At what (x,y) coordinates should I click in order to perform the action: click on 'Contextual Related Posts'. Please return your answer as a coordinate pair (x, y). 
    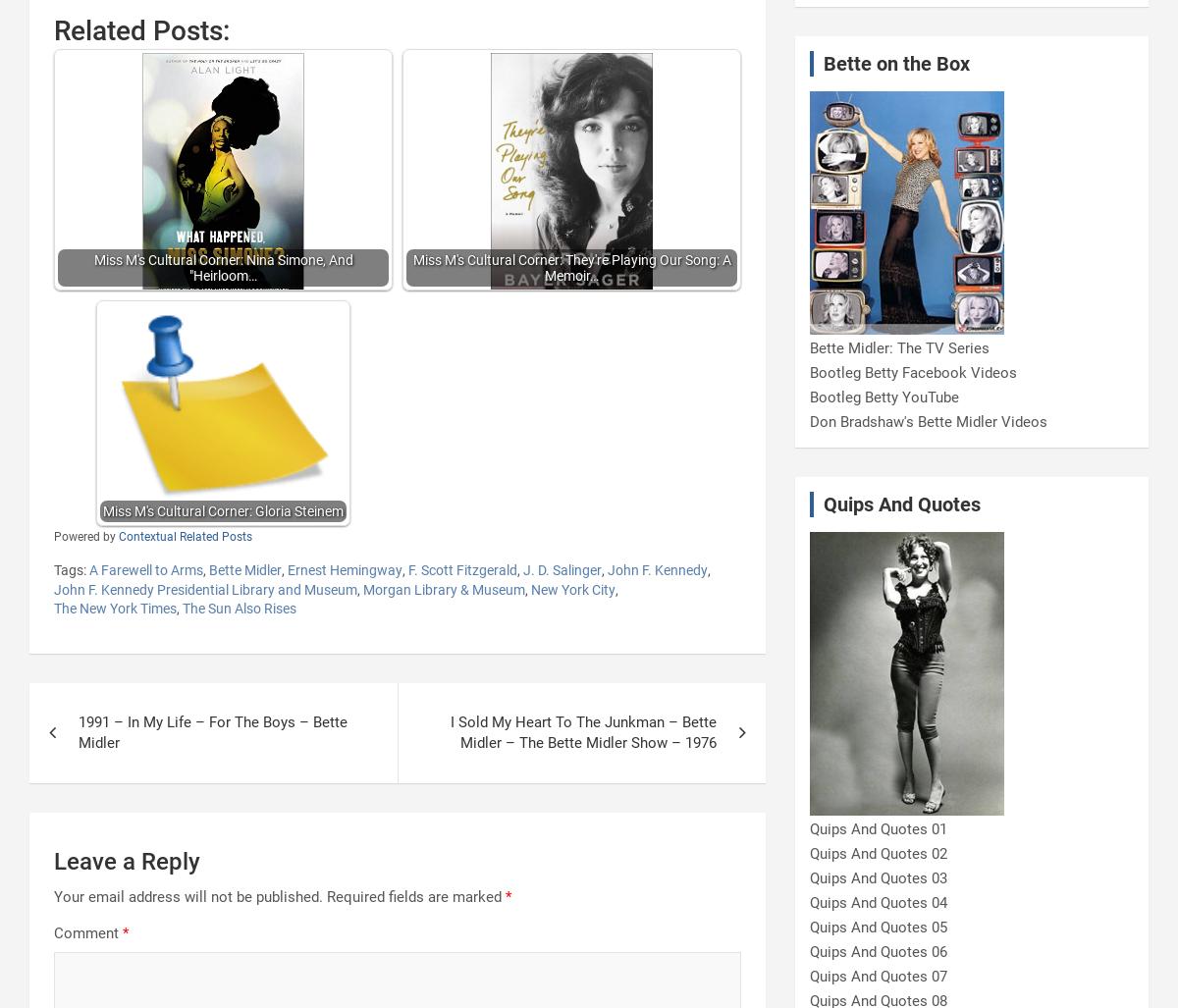
    Looking at the image, I should click on (185, 535).